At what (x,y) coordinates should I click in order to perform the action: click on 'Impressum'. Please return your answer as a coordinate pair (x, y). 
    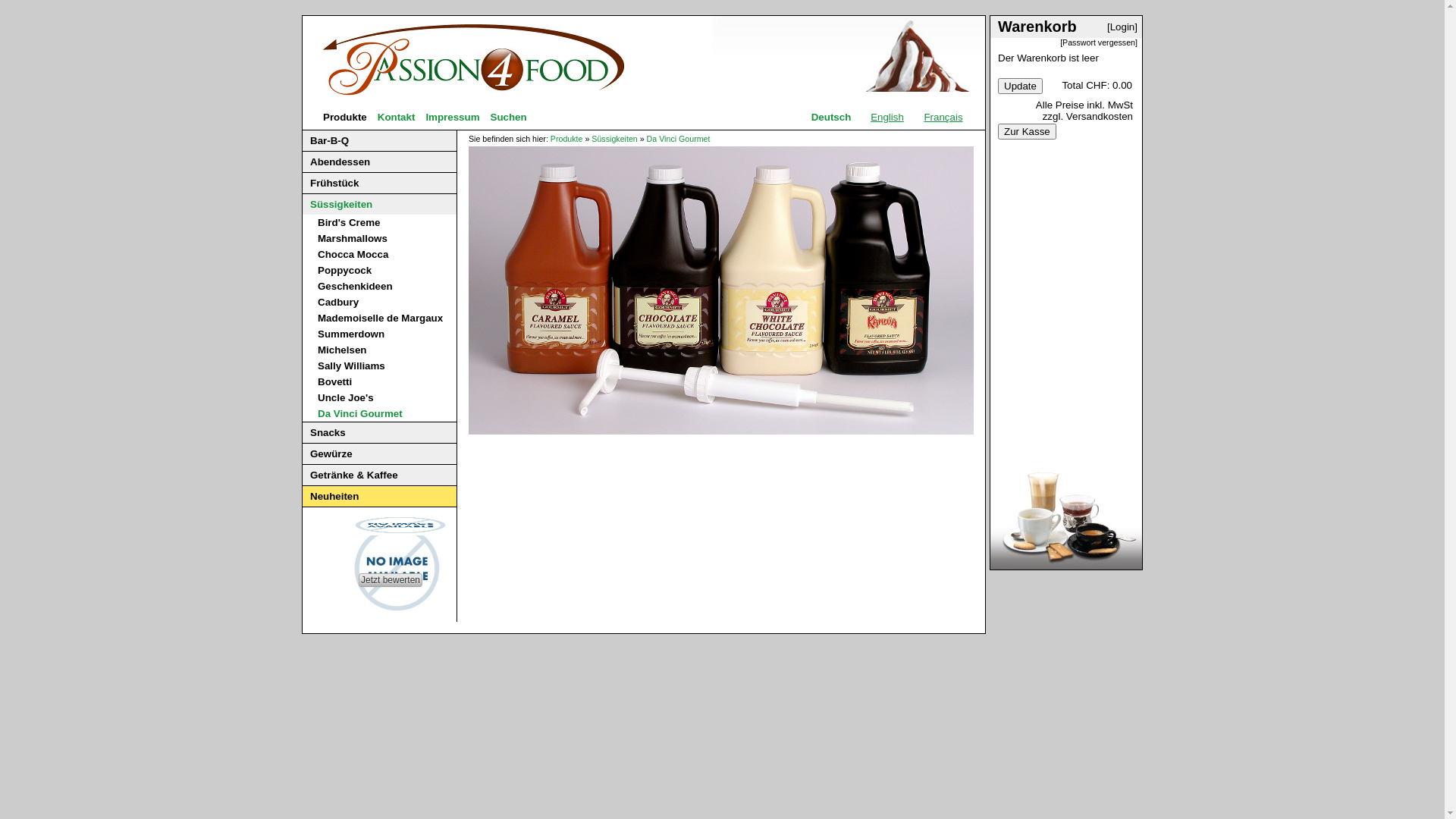
    Looking at the image, I should click on (451, 116).